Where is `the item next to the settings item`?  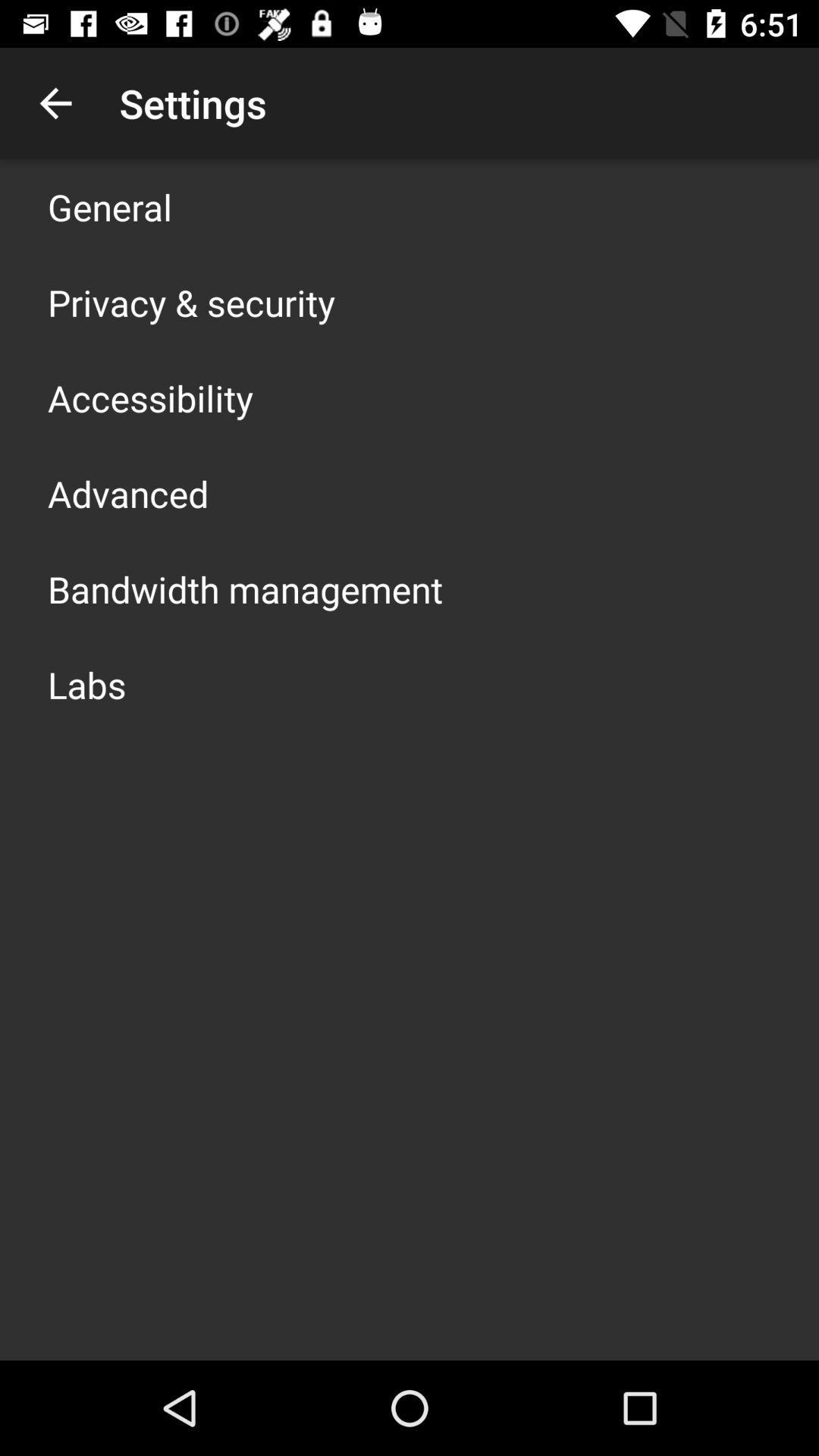
the item next to the settings item is located at coordinates (55, 102).